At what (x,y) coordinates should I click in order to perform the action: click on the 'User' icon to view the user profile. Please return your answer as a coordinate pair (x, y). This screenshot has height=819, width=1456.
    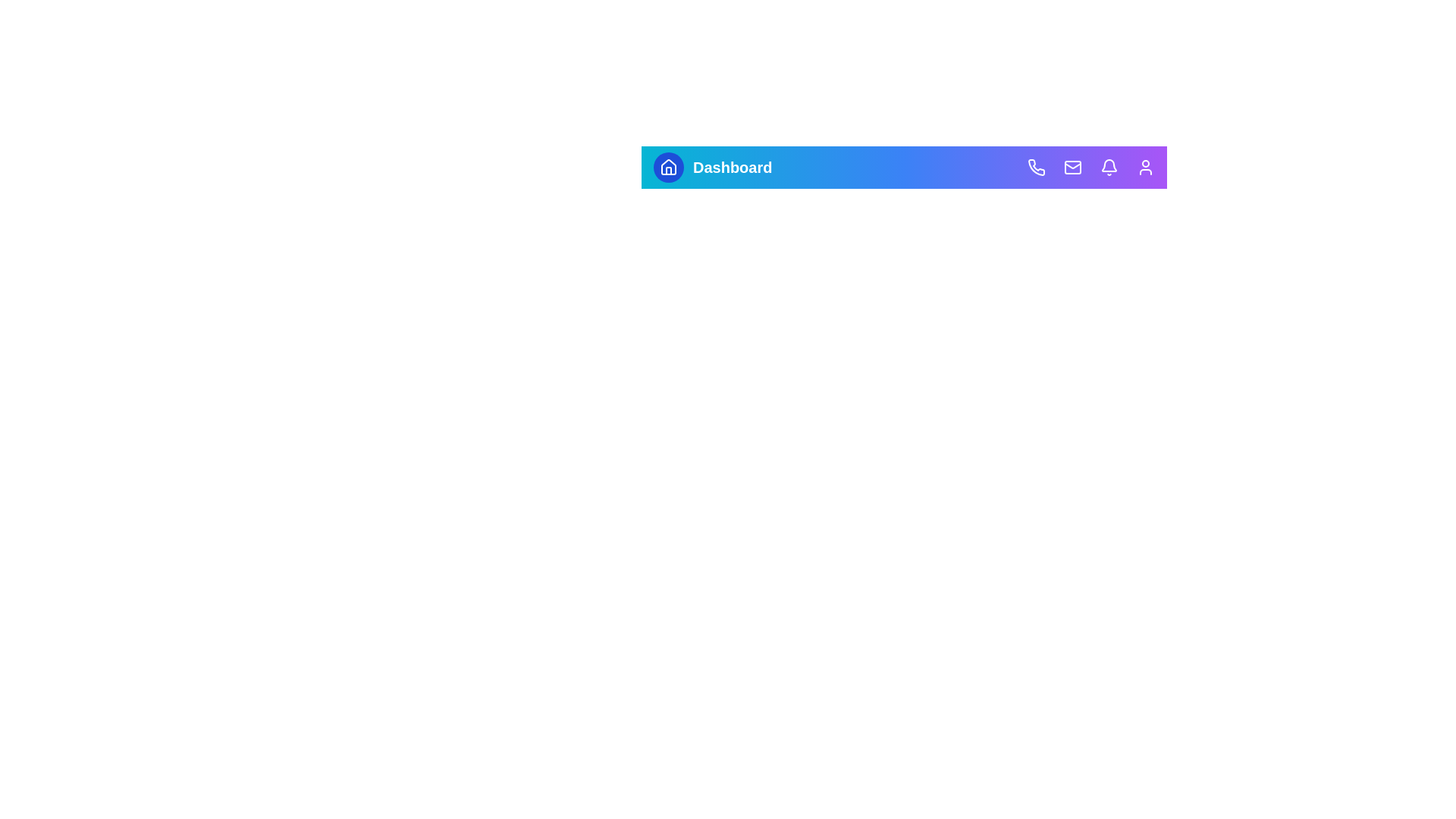
    Looking at the image, I should click on (1146, 167).